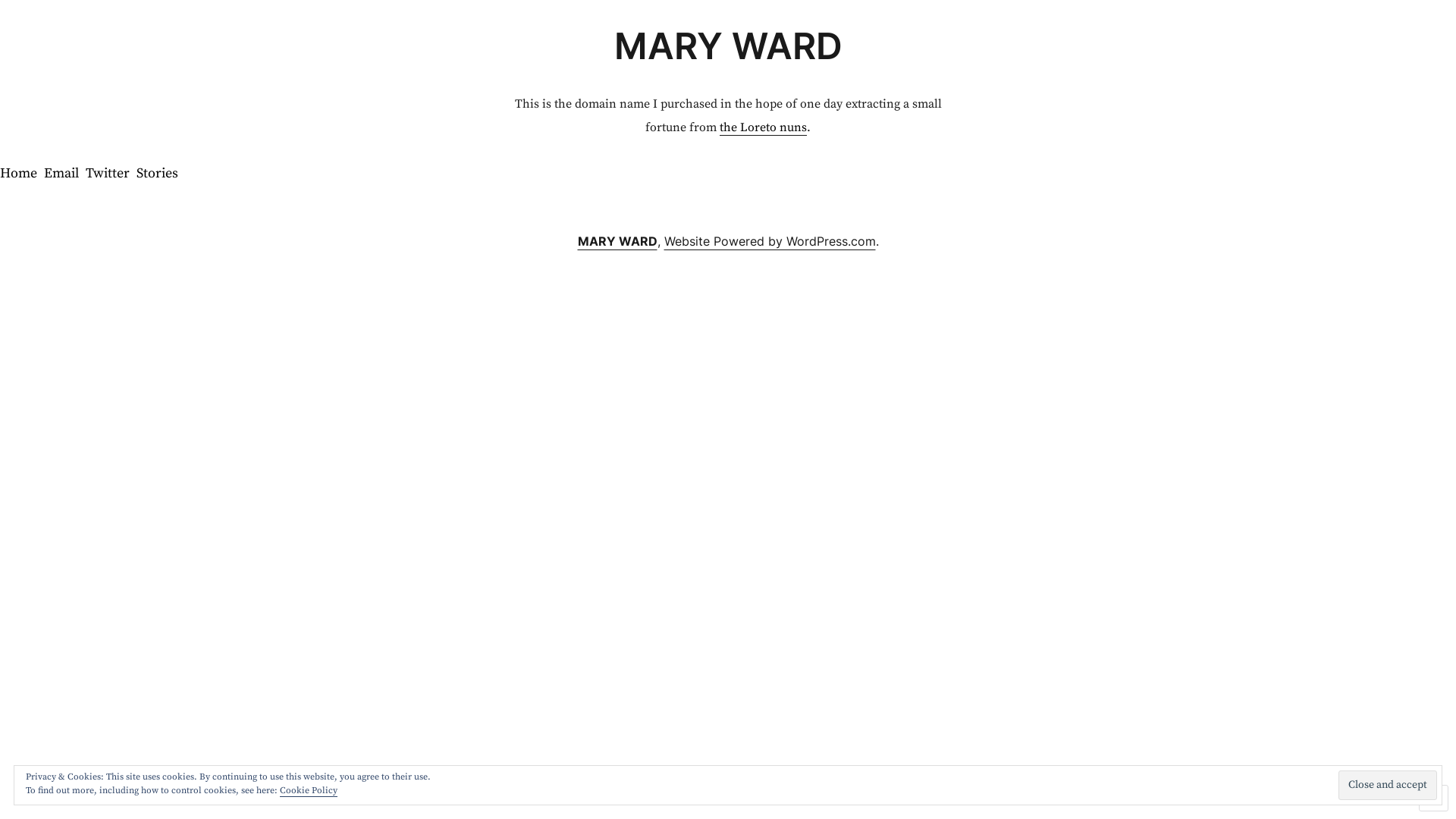  What do you see at coordinates (85, 174) in the screenshot?
I see `'Twitter'` at bounding box center [85, 174].